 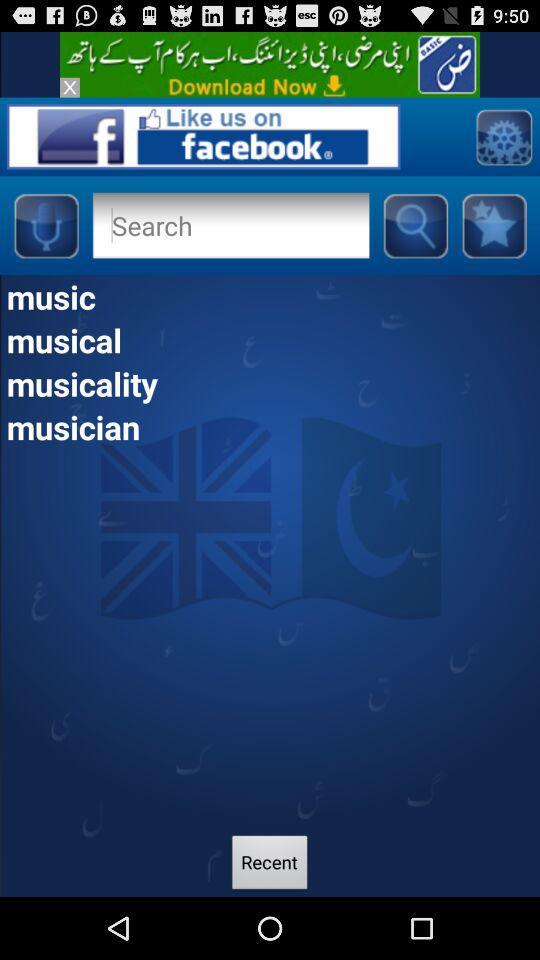 I want to click on advertisement for some app to download, so click(x=270, y=64).